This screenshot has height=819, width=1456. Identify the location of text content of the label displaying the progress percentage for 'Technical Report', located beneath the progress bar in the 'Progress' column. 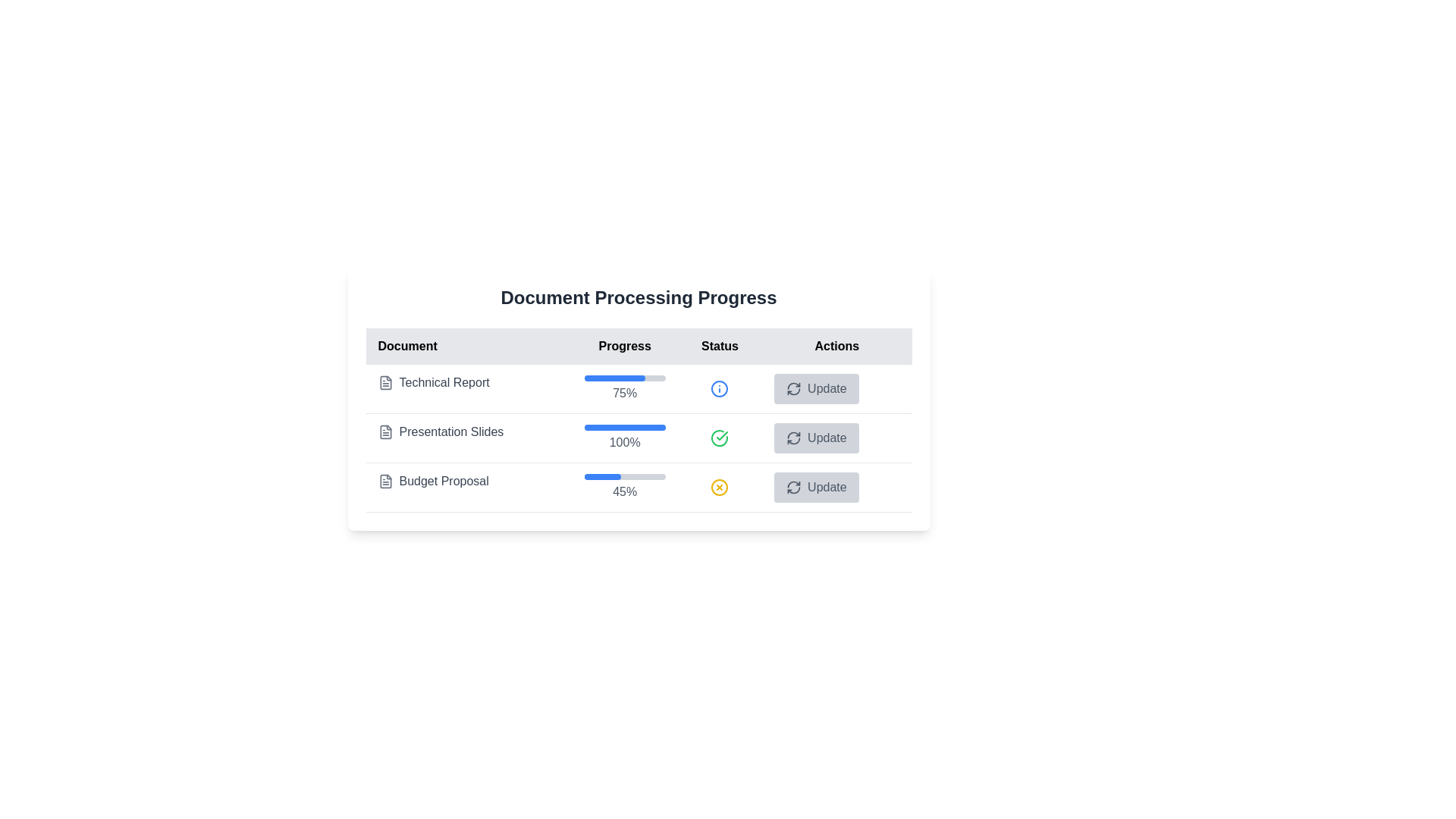
(625, 393).